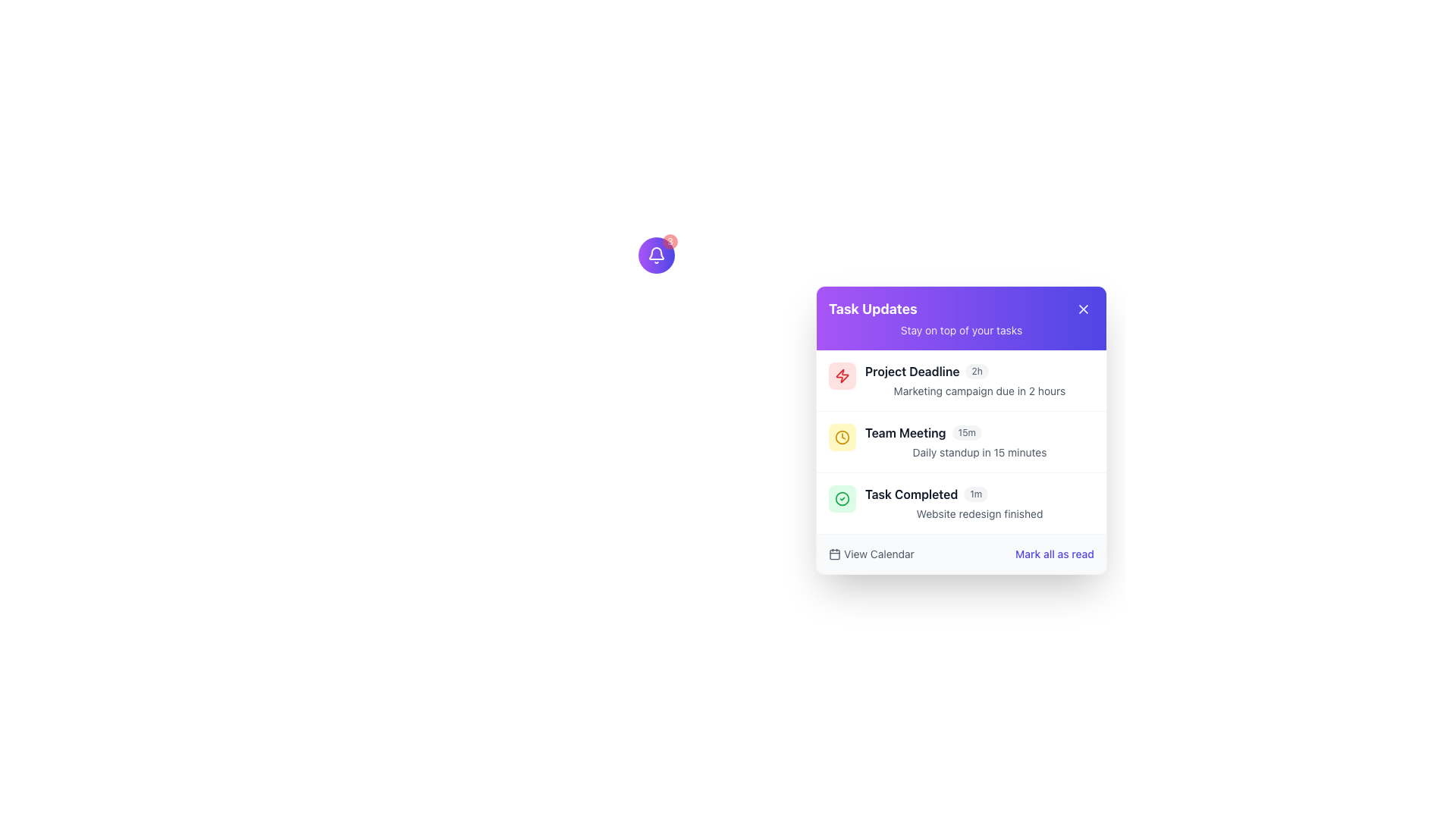 This screenshot has height=819, width=1456. I want to click on text of the Label displaying 'Task Completed' which is bold and dark, positioned next to a green circular check mark icon, so click(911, 494).